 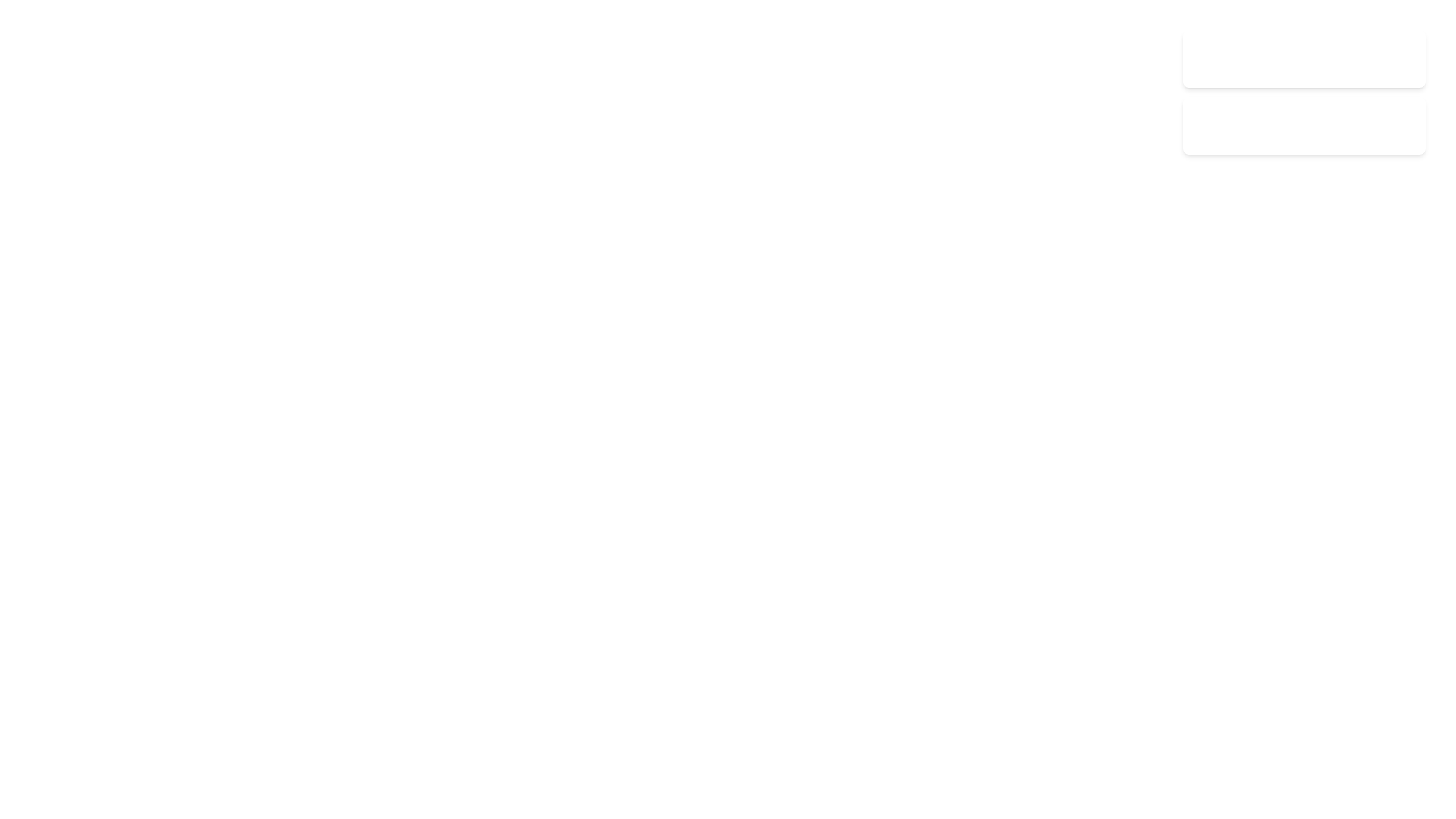 I want to click on the Close Button located at the top-right corner of the notification card that displays 'Profile updated successfully. 2m ago', so click(x=1404, y=58).